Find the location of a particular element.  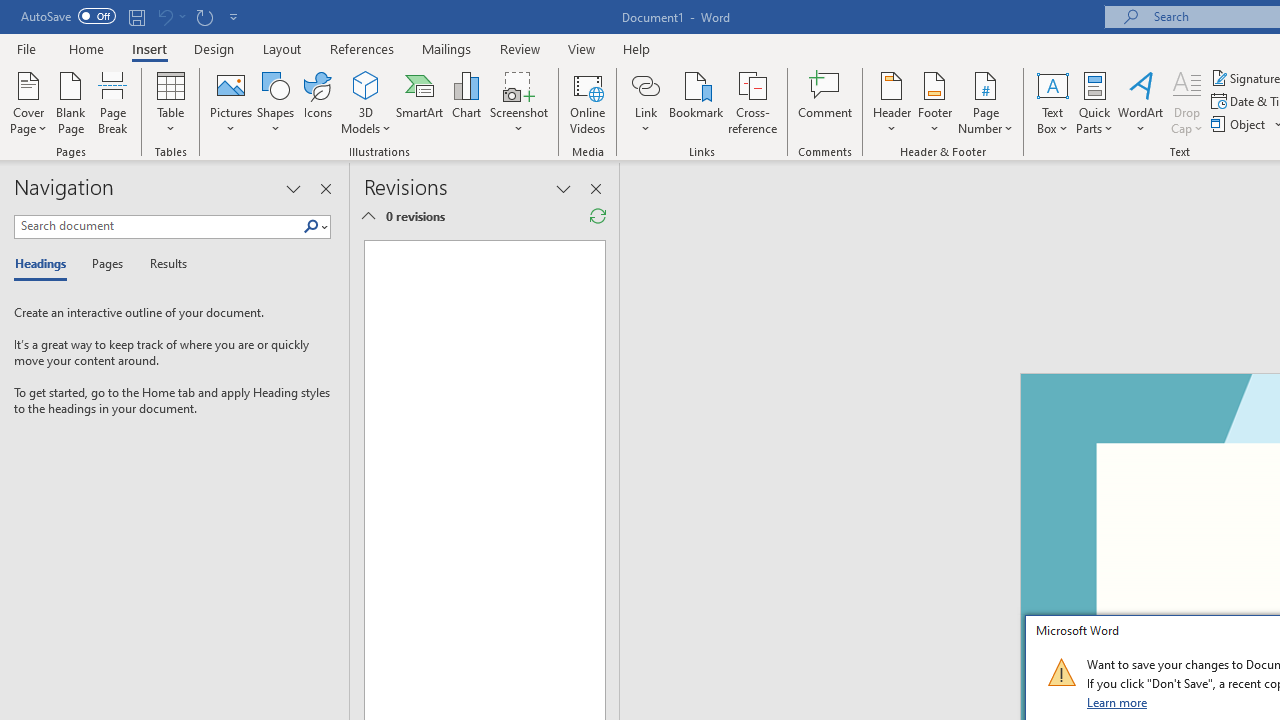

'Can' is located at coordinates (170, 16).